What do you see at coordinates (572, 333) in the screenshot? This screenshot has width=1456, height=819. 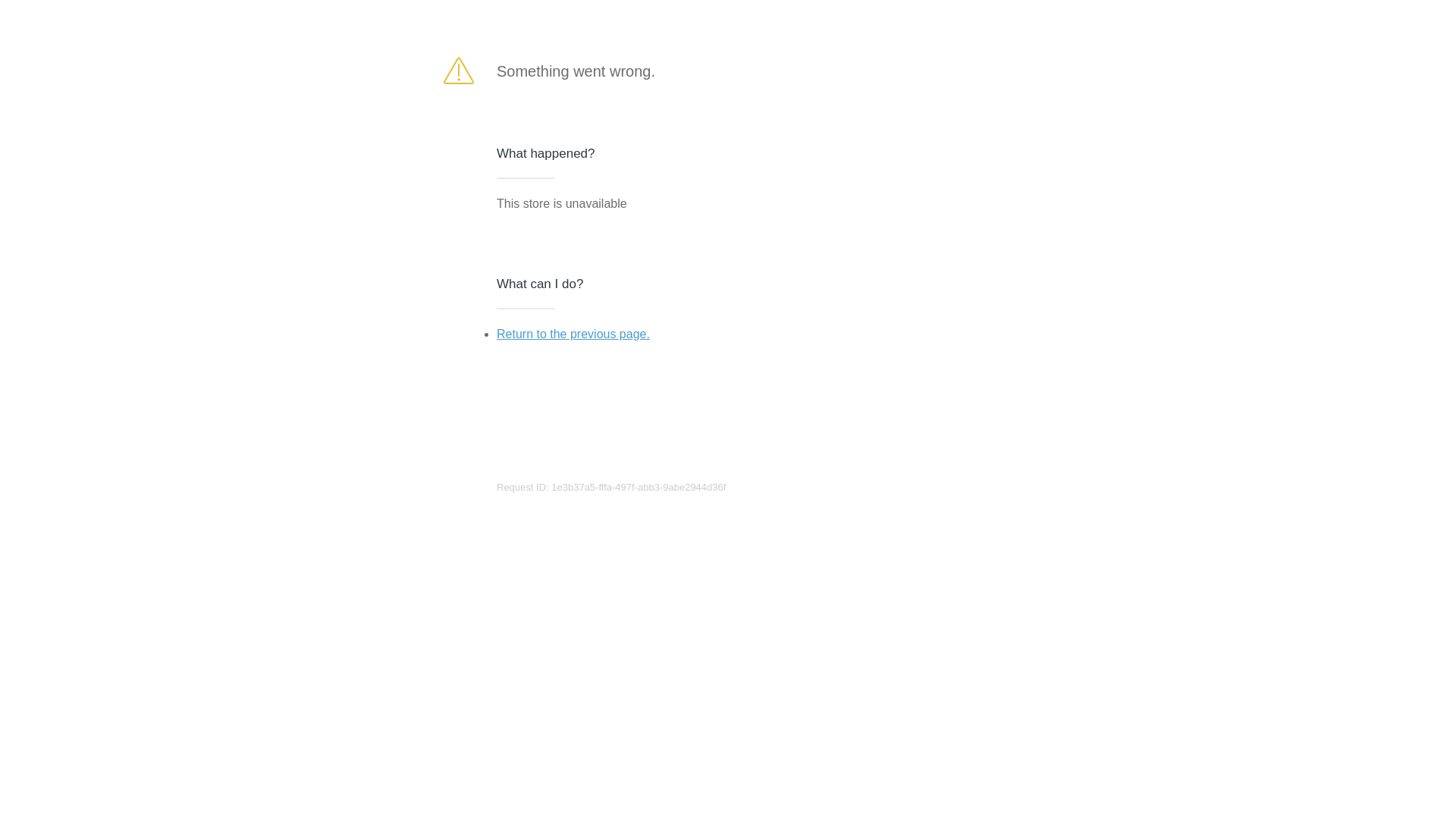 I see `'Return to the previous page.'` at bounding box center [572, 333].